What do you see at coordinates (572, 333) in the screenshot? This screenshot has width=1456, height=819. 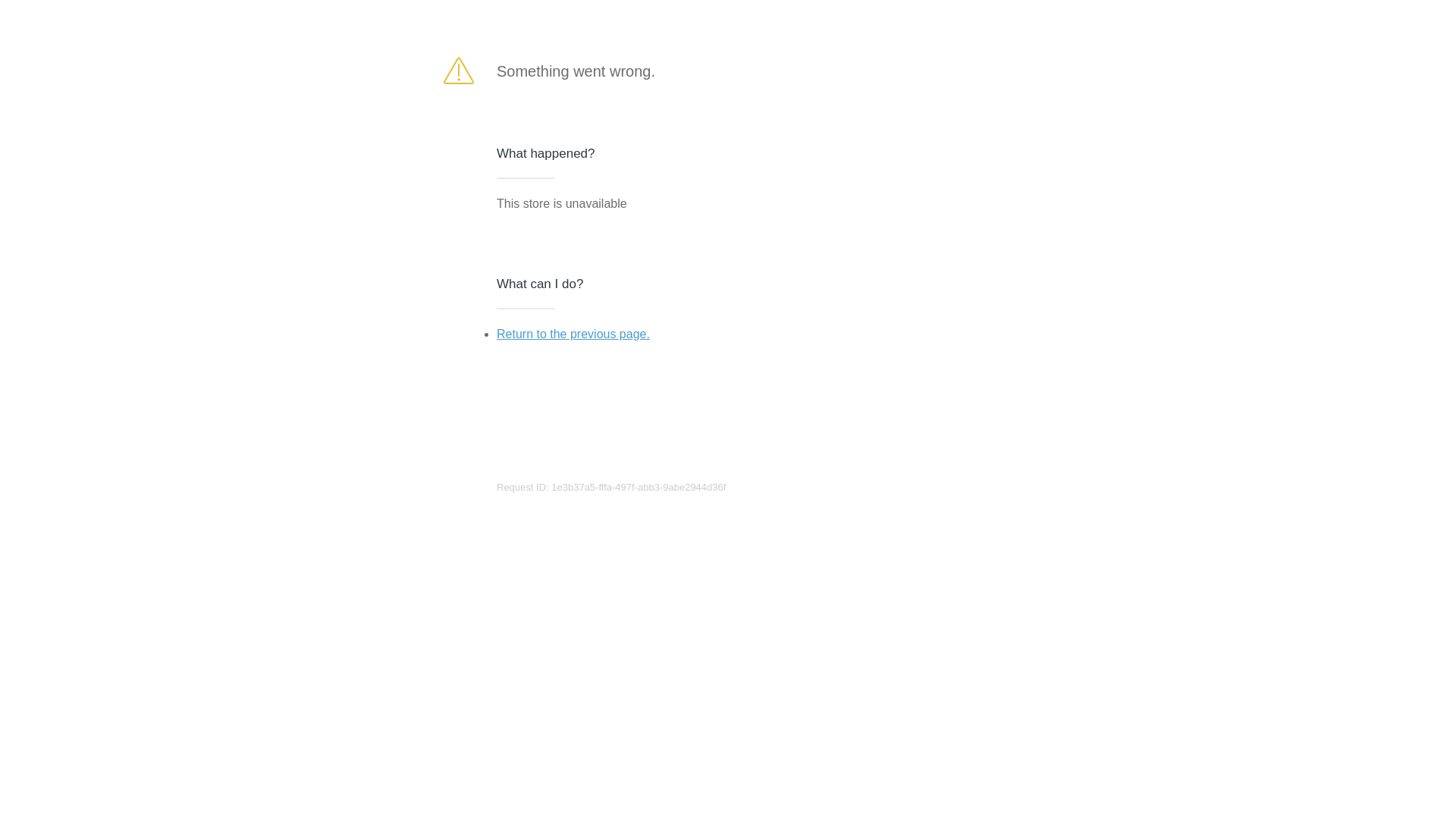 I see `'Return to the previous page.'` at bounding box center [572, 333].